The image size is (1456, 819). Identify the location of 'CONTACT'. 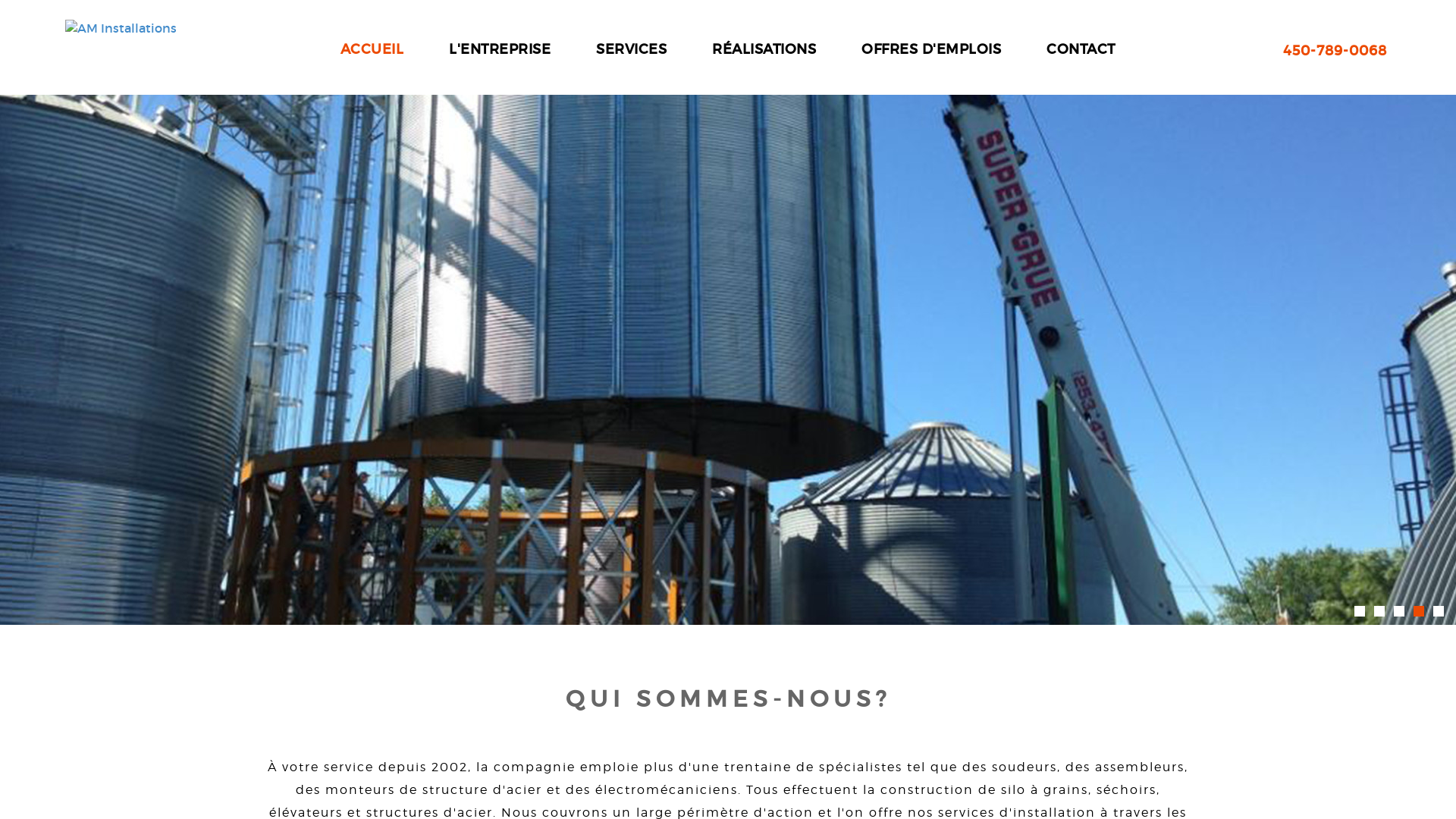
(1080, 49).